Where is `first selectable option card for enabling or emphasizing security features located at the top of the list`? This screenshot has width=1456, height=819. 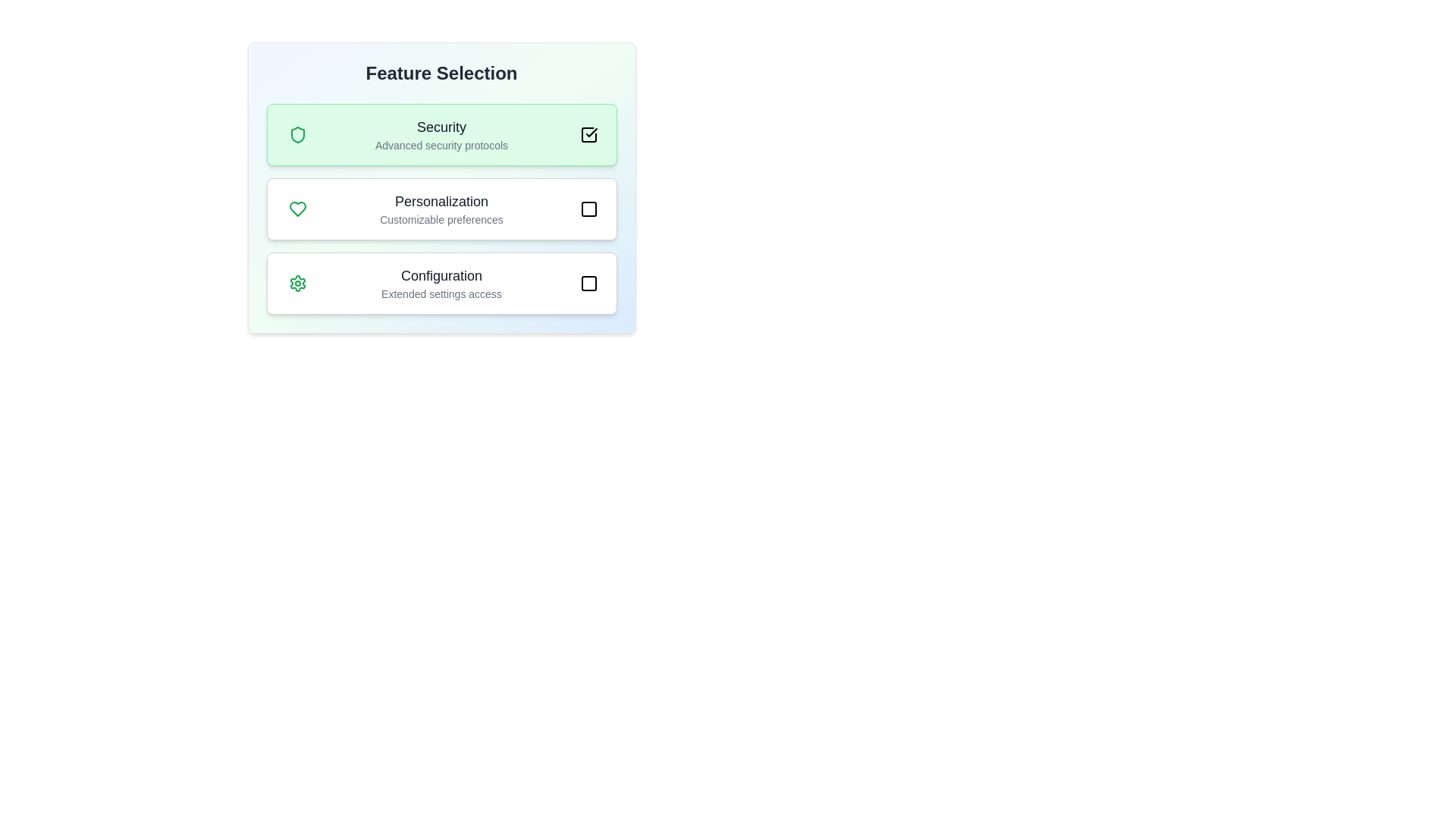
first selectable option card for enabling or emphasizing security features located at the top of the list is located at coordinates (441, 133).